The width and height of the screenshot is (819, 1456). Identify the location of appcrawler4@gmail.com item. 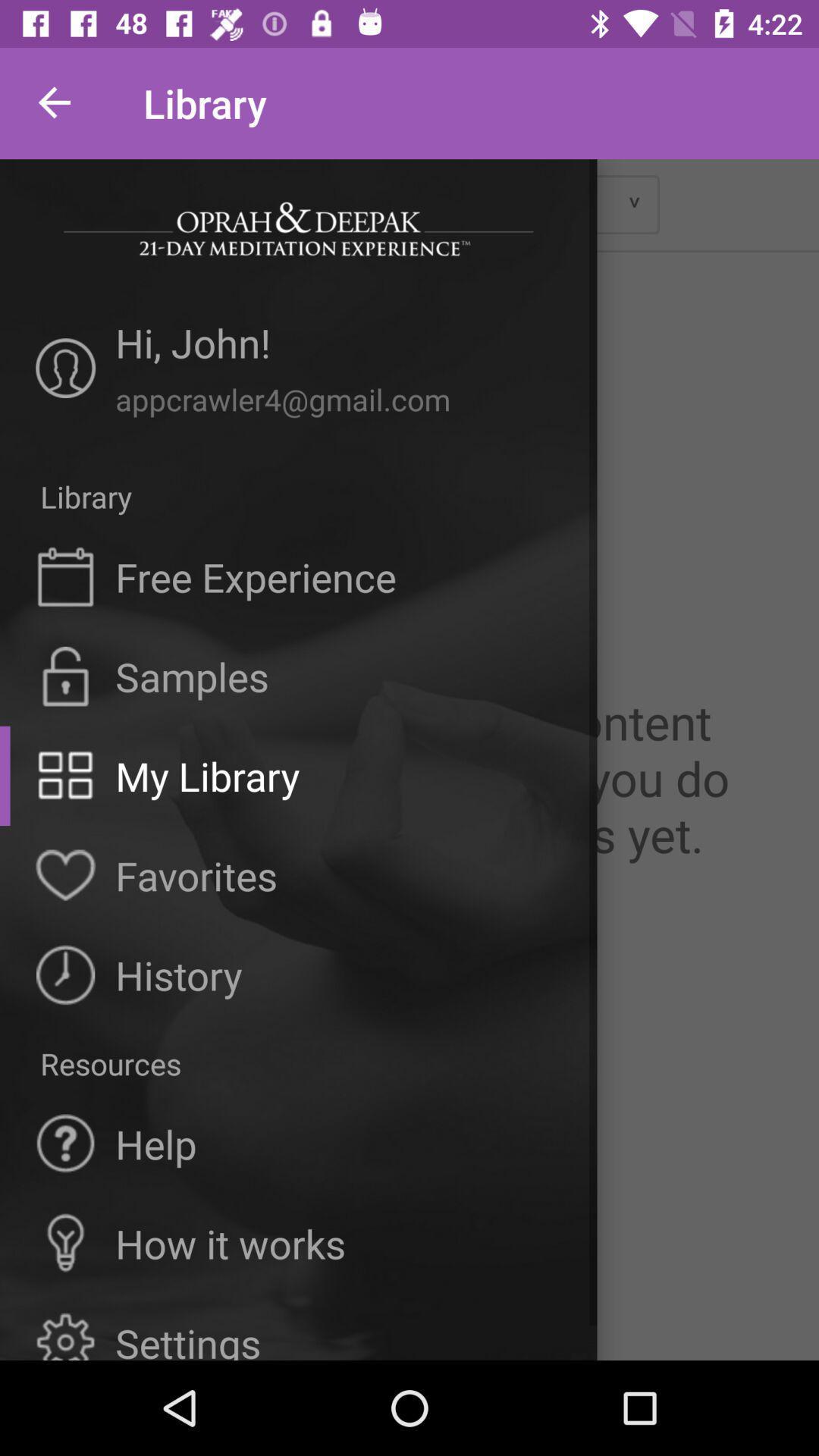
(337, 399).